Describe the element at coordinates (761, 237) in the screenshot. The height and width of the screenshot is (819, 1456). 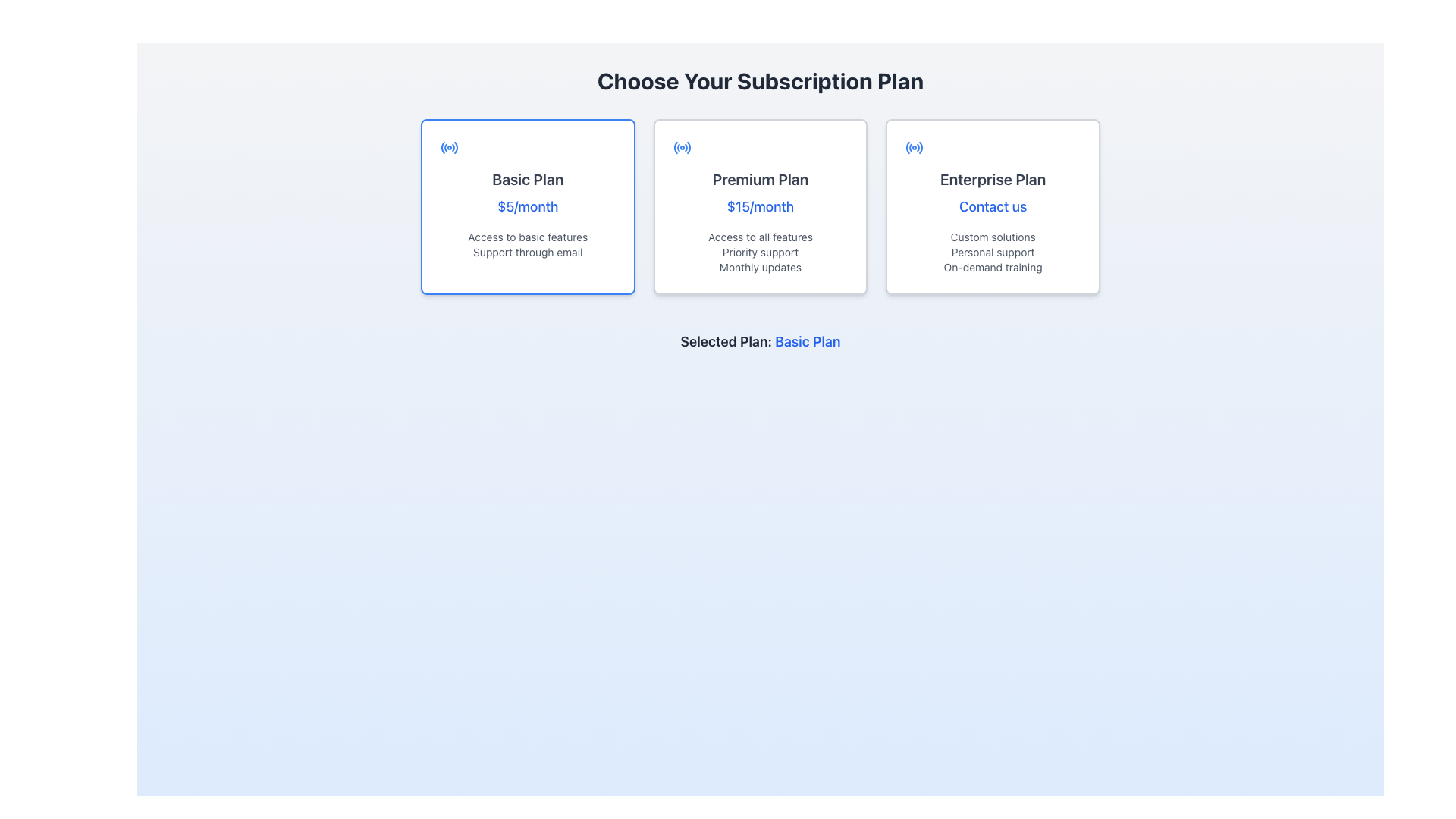
I see `the static text display that describes the 'Premium Plan', which is the first item in the vertically stacked group of descriptive points under the 'Premium Plan' card` at that location.